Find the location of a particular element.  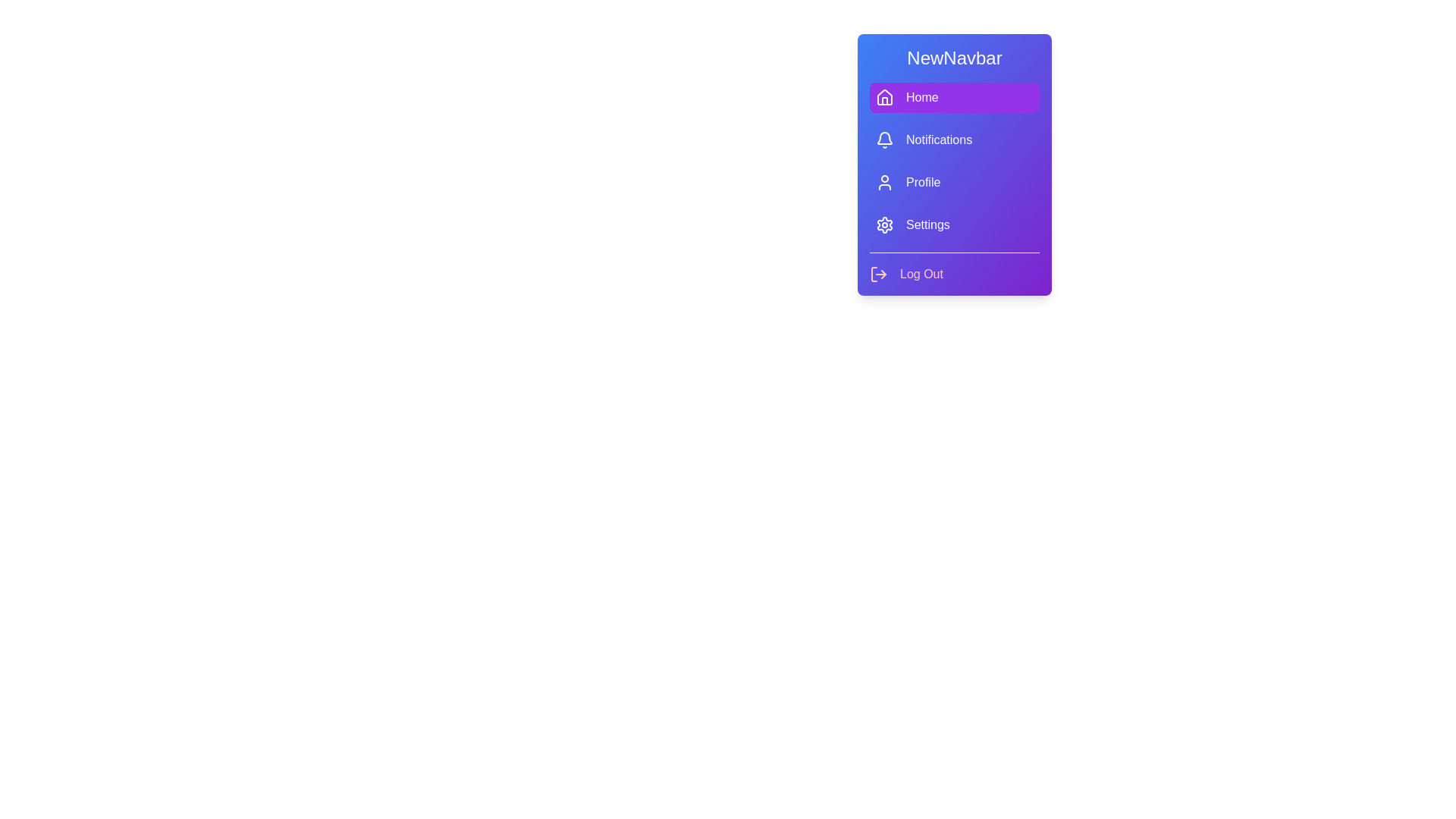

the button located in the sidebar that leads to the notifications section is located at coordinates (953, 140).